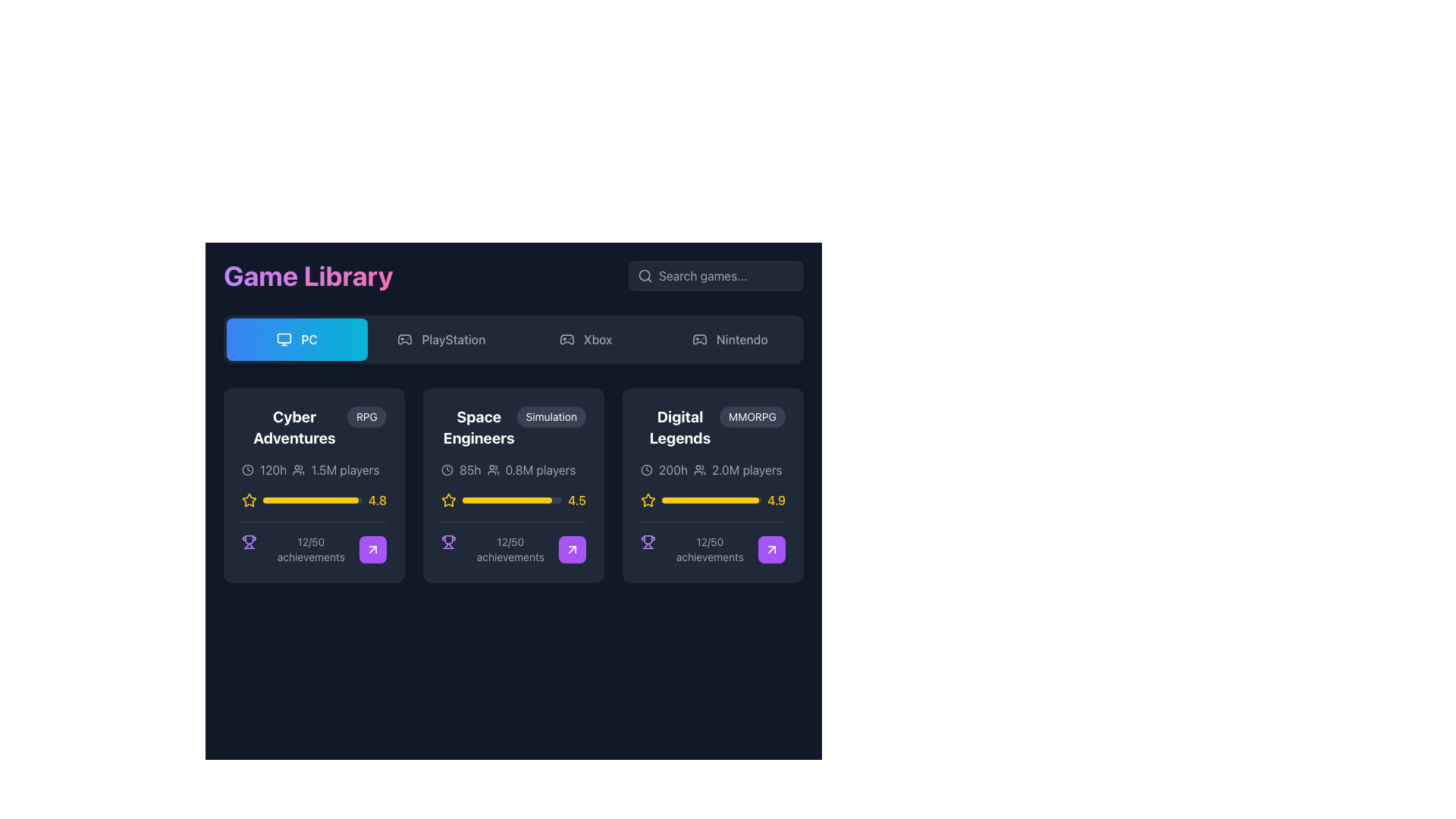  I want to click on the time icon associated with the '120h' text within the 'Cyber Adventures' card located at the top-left of the card's description, so click(247, 469).